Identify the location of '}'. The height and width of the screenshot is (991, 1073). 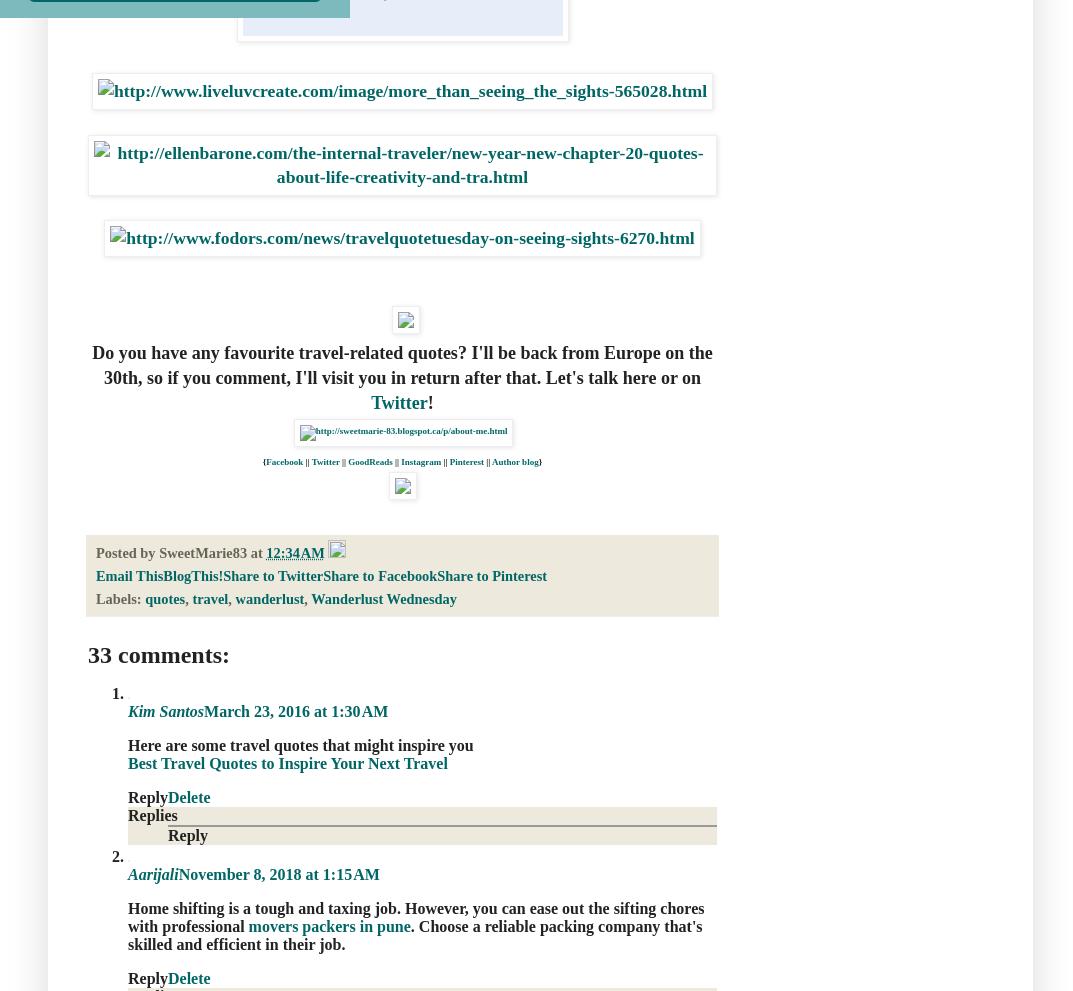
(538, 461).